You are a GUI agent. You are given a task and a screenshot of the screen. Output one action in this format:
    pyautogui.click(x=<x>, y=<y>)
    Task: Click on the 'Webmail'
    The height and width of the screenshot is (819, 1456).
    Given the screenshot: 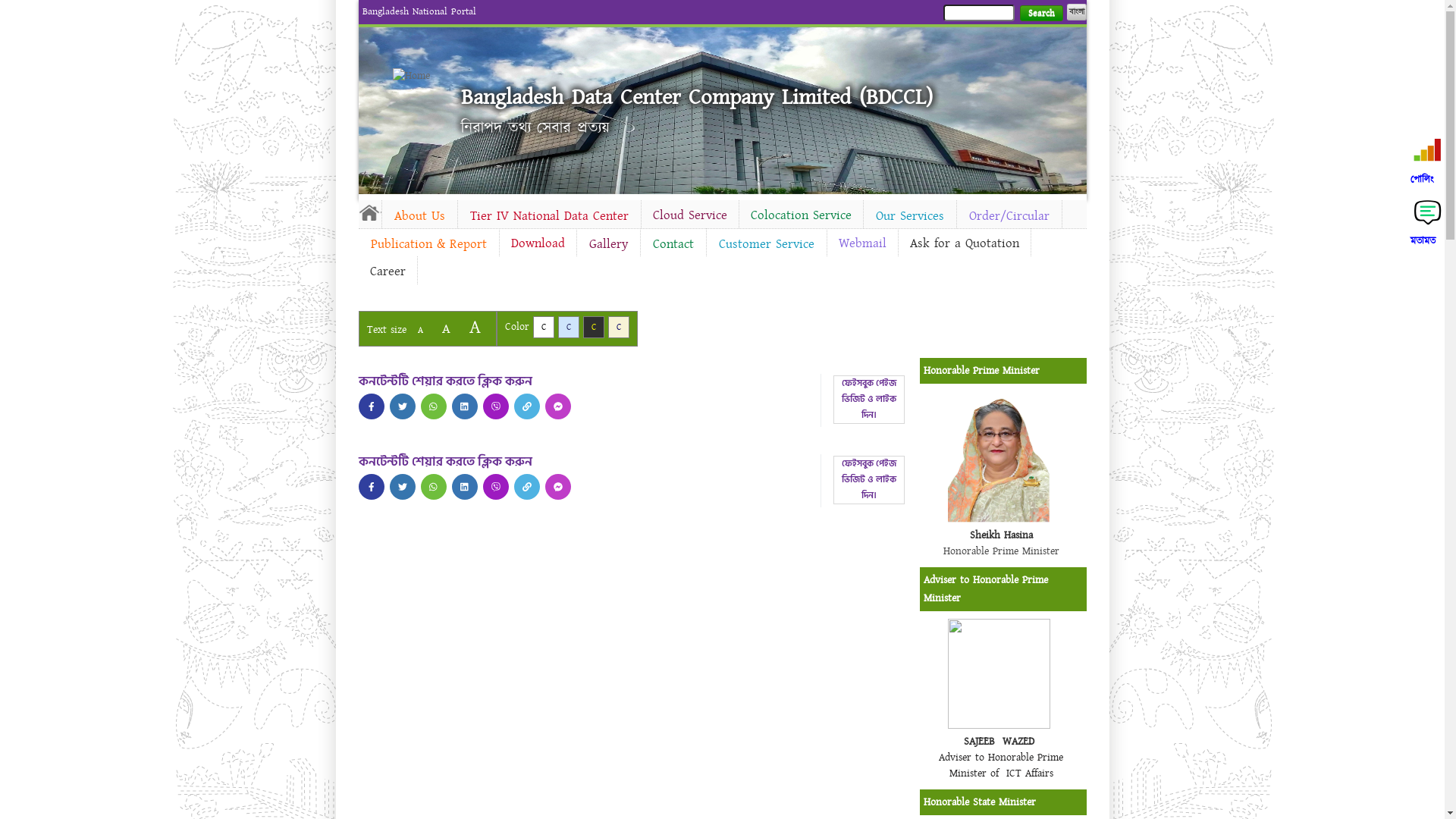 What is the action you would take?
    pyautogui.click(x=825, y=242)
    